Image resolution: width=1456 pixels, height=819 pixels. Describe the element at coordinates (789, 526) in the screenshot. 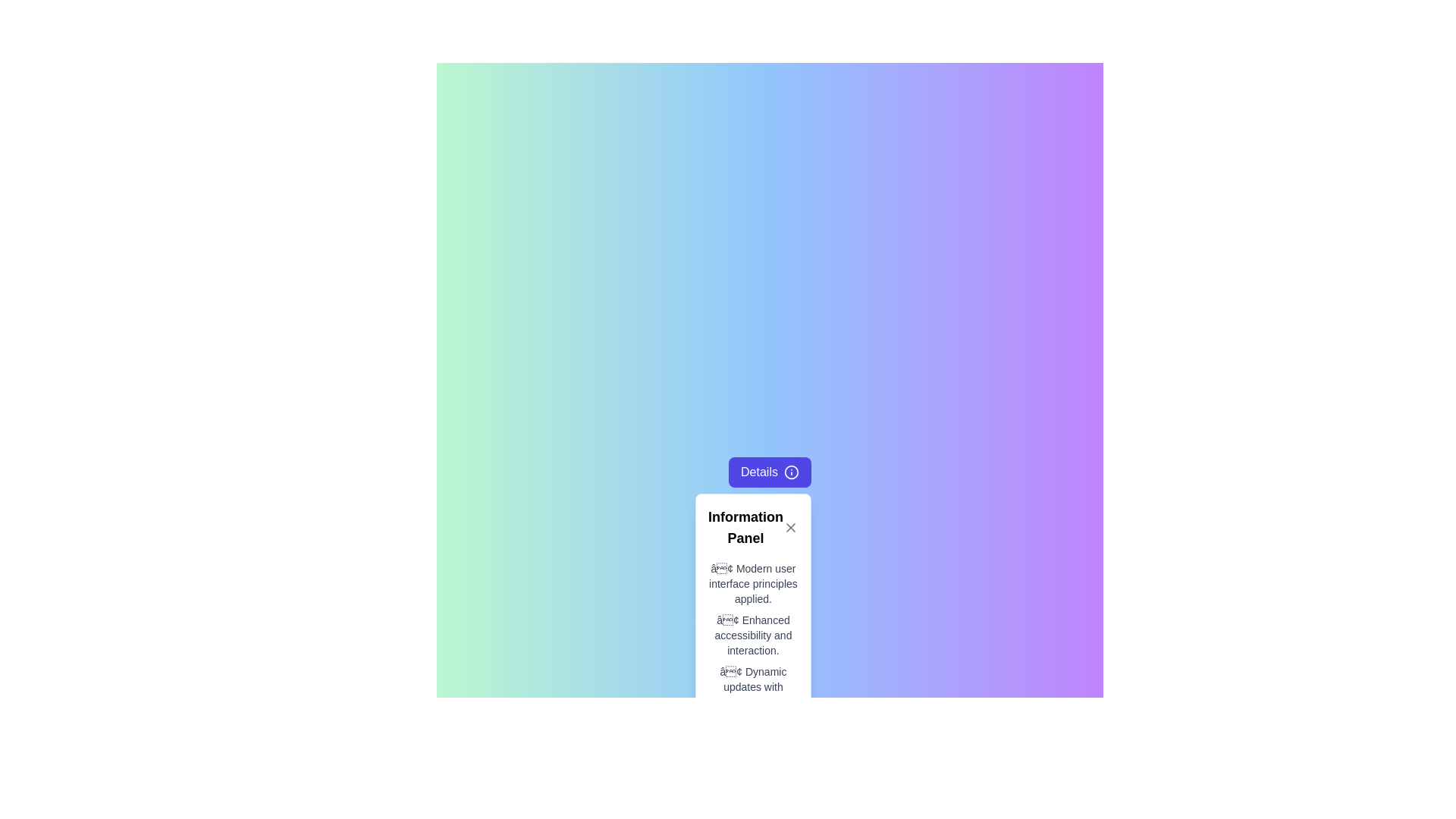

I see `the small gray 'X' button located on the right side of the 'Information Panel' header to activate the hover effect and change its color` at that location.